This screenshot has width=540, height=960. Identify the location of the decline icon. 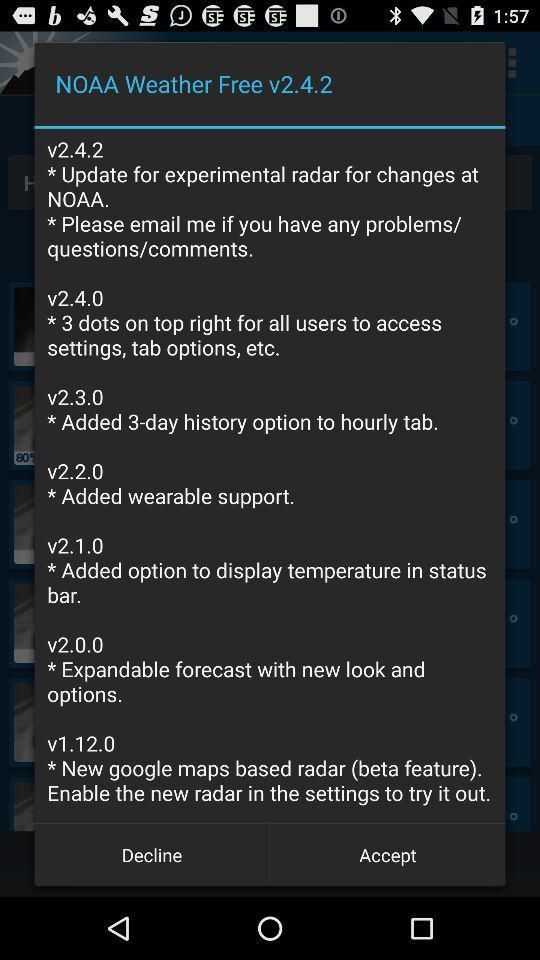
(151, 853).